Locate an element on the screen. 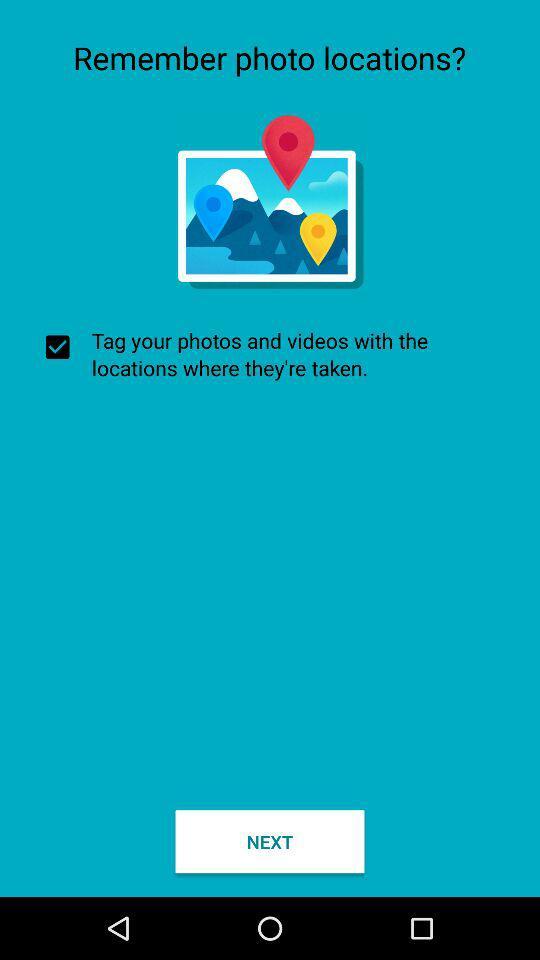 Image resolution: width=540 pixels, height=960 pixels. the checkbox at the center is located at coordinates (270, 354).